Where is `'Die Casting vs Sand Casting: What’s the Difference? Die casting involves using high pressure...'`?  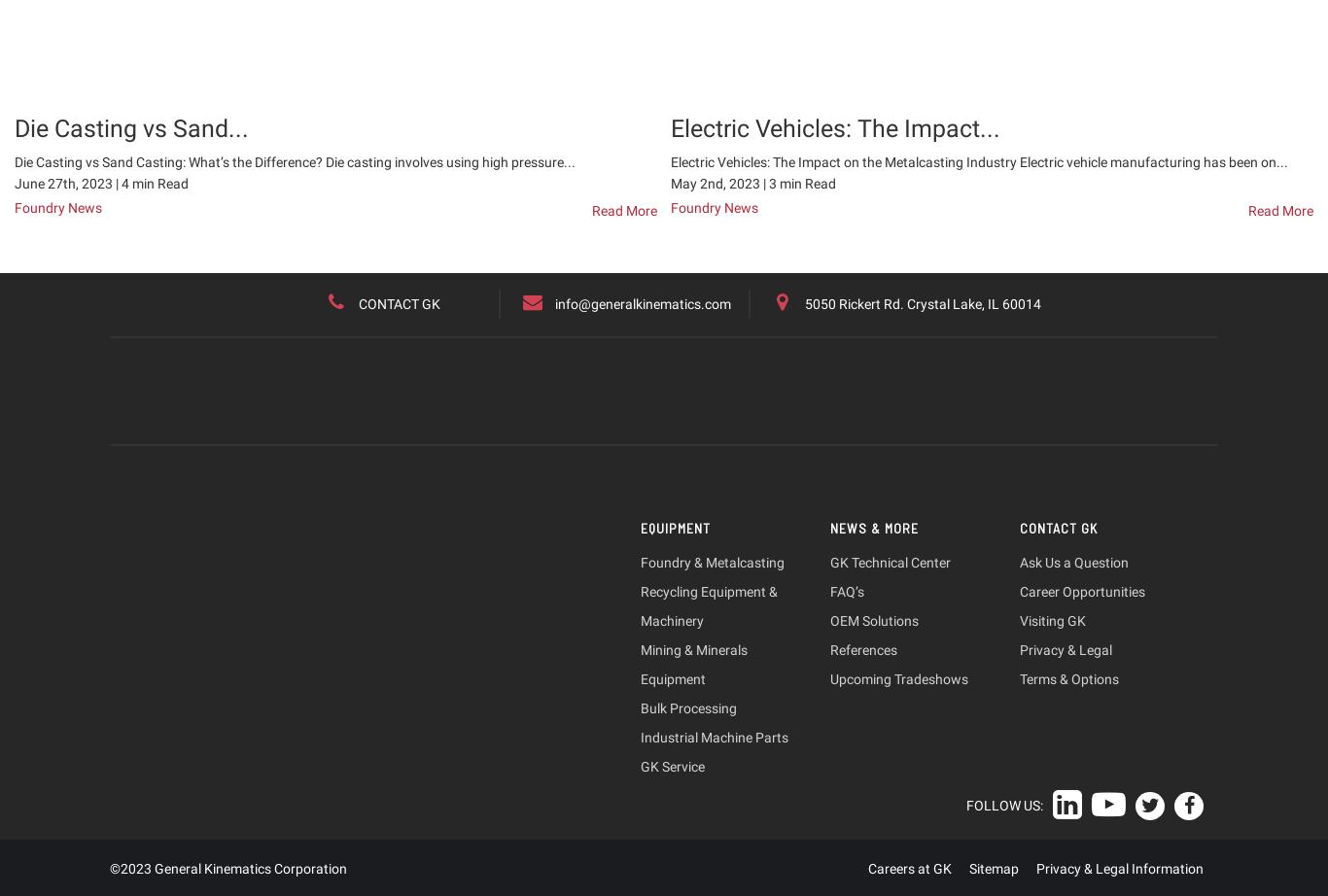 'Die Casting vs Sand Casting: What’s the Difference? Die casting involves using high pressure...' is located at coordinates (295, 160).